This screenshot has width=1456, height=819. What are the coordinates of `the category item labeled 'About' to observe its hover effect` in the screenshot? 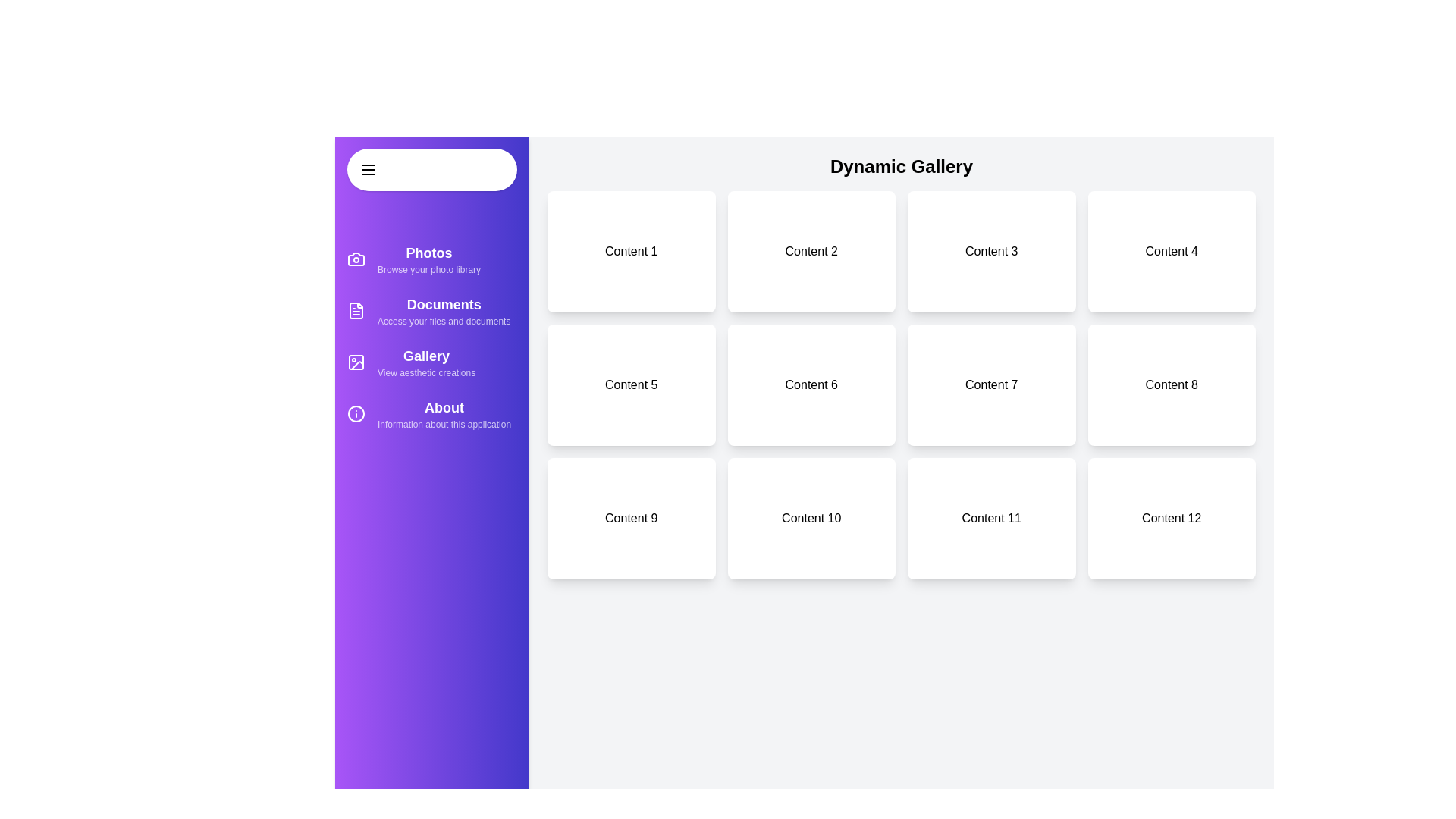 It's located at (431, 414).